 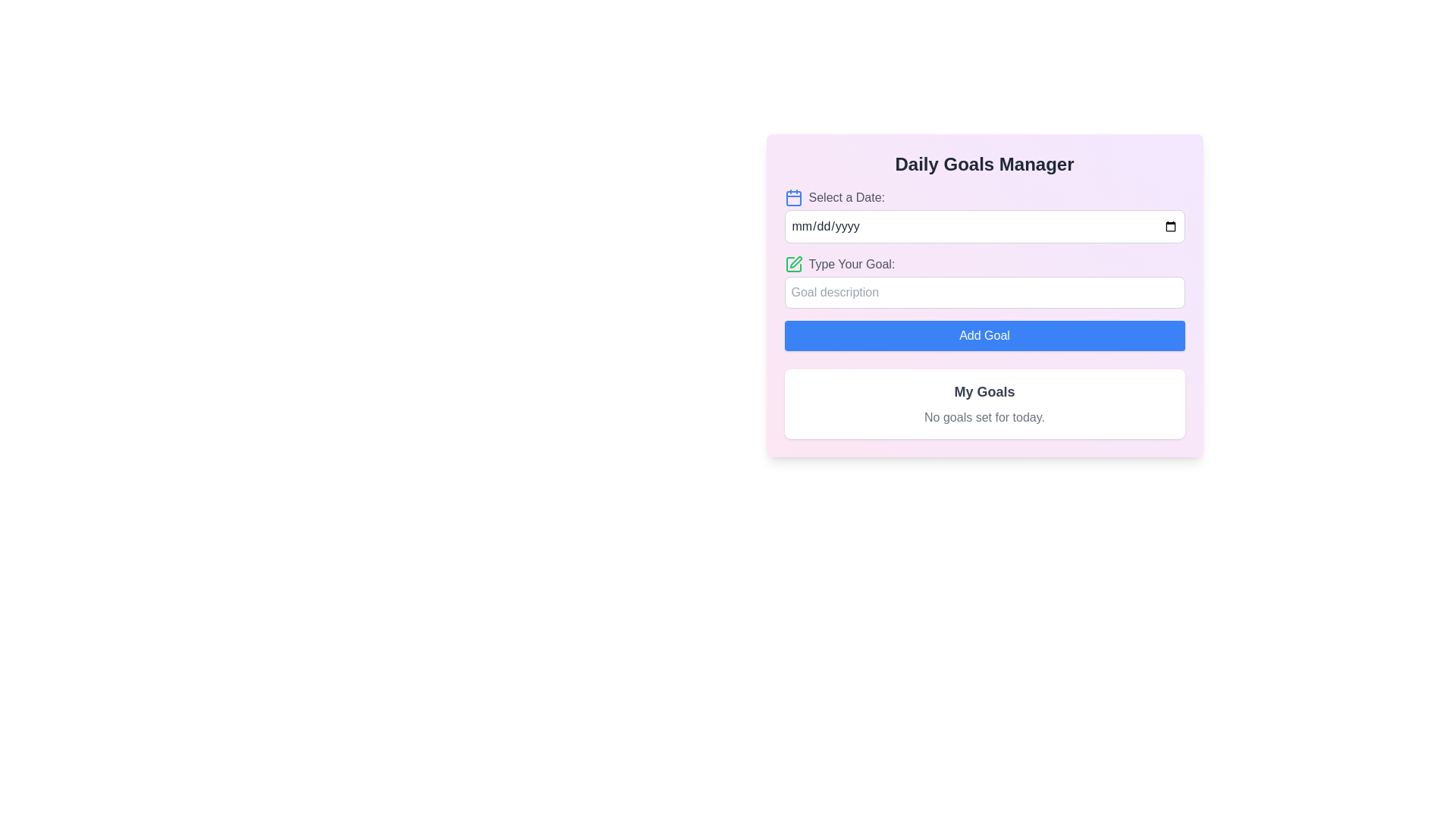 I want to click on the calendar icon with a blue outline and white background located in the 'Select a Date' section, positioned to the left of the label 'Select a Date:', so click(x=792, y=197).